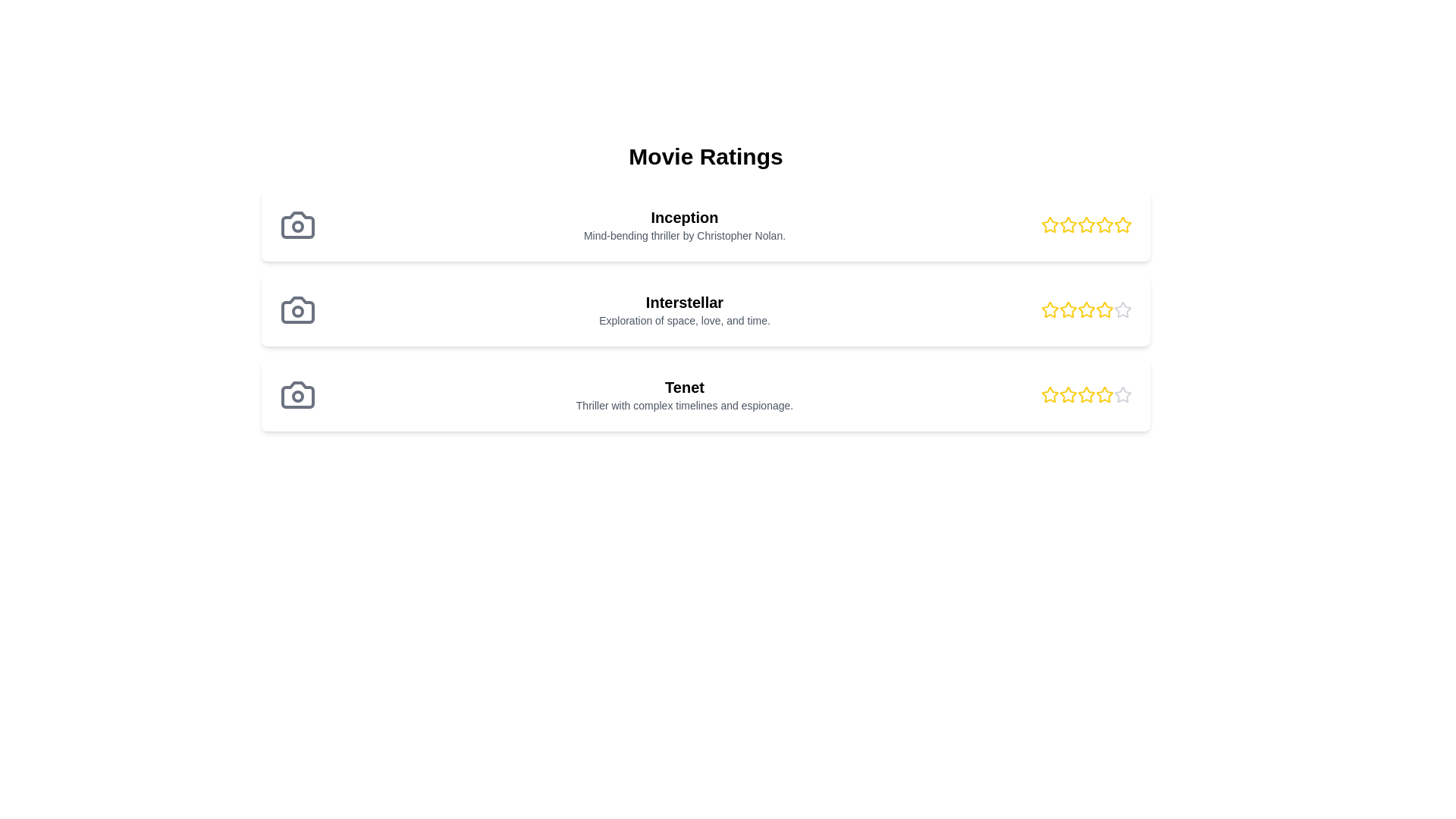  I want to click on the circle element within the SVG graphic that represents the camera icon located in the top left corner of the layout, so click(298, 227).